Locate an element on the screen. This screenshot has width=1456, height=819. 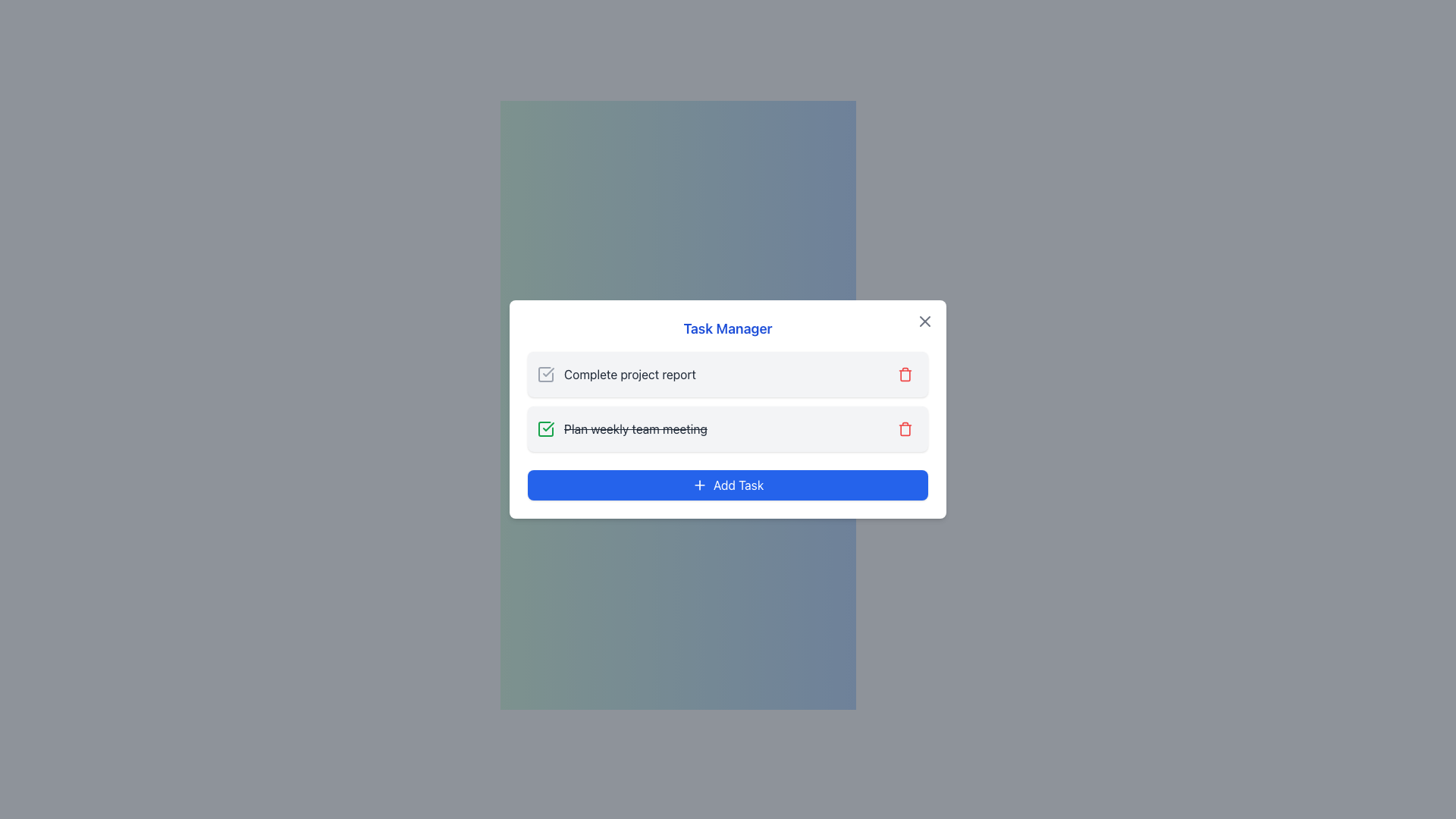
the 'Add Task' button located at the bottom-center of the 'Task Manager' dialog box is located at coordinates (728, 485).